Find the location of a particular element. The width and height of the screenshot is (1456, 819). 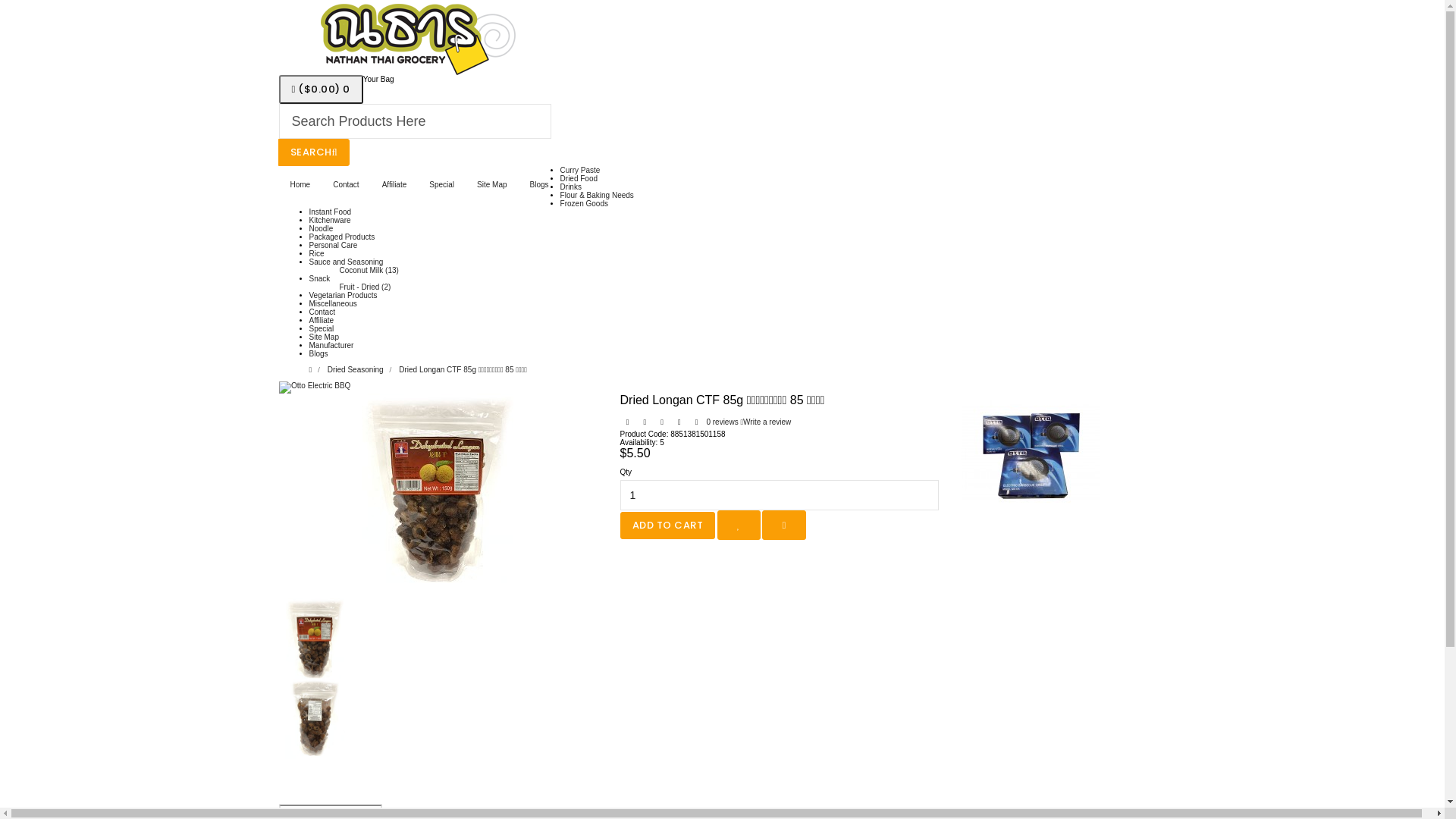

'Dried Seasoning' is located at coordinates (355, 369).